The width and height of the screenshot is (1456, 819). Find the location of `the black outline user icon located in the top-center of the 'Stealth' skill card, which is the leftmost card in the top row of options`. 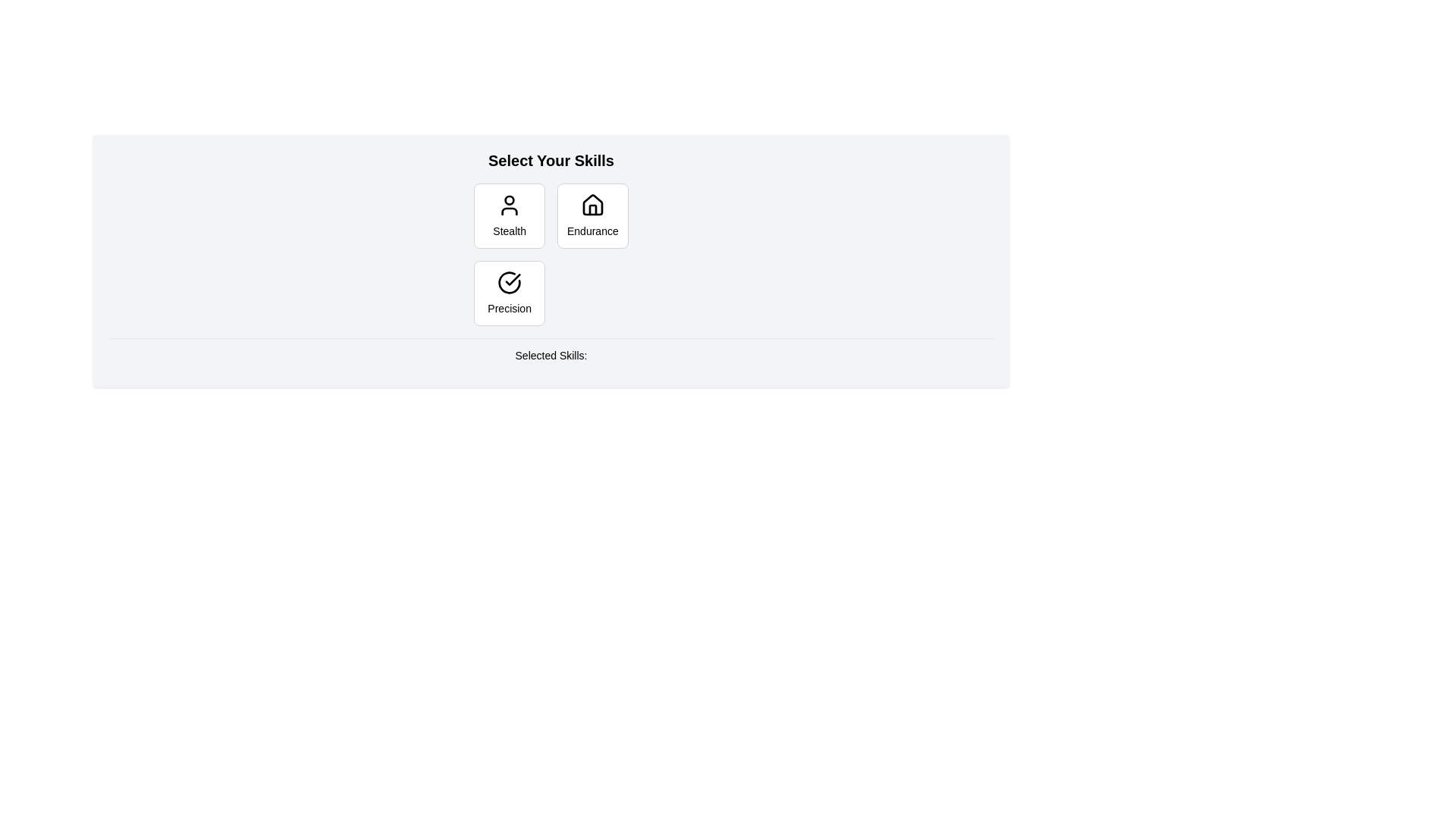

the black outline user icon located in the top-center of the 'Stealth' skill card, which is the leftmost card in the top row of options is located at coordinates (510, 205).